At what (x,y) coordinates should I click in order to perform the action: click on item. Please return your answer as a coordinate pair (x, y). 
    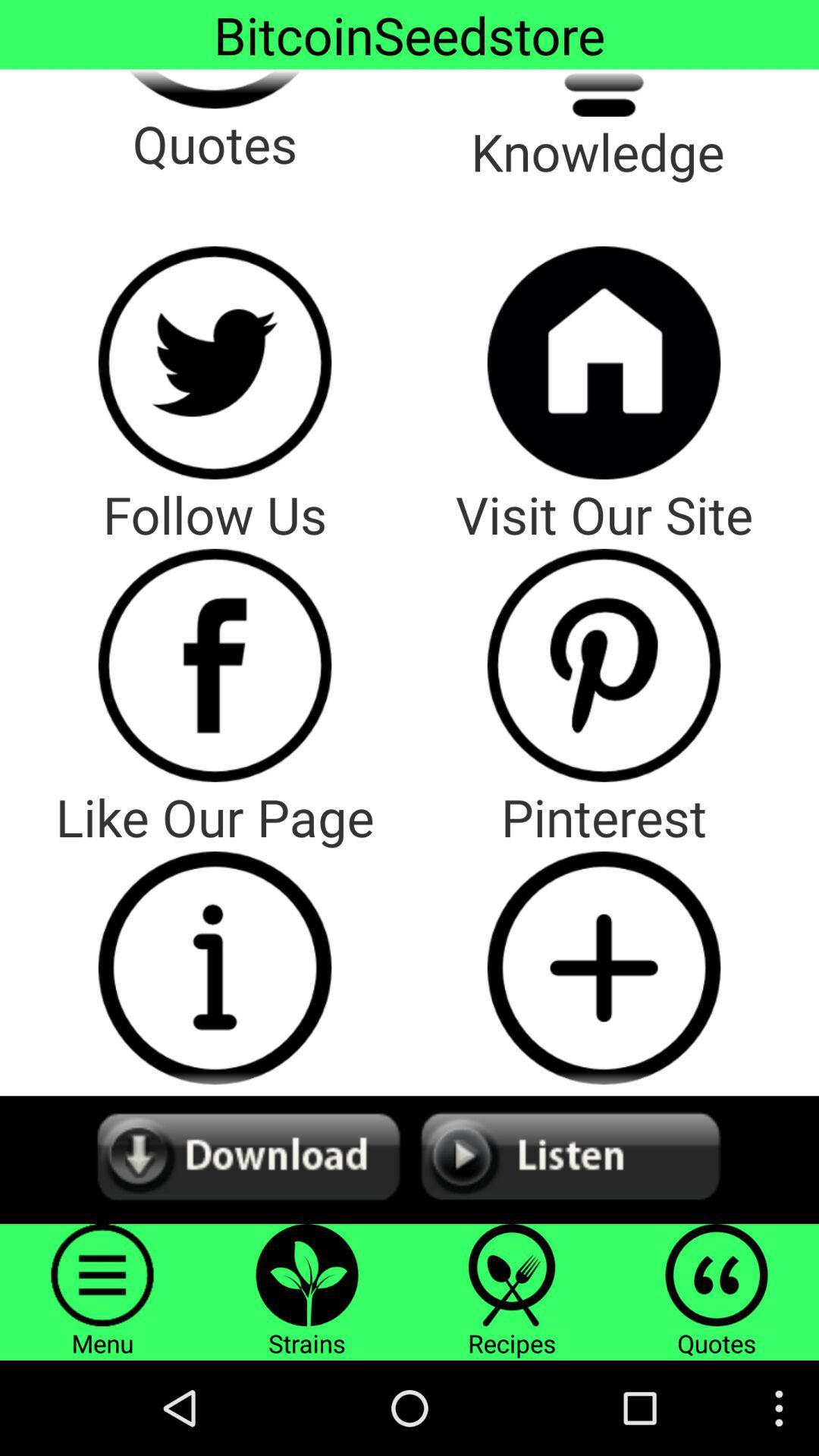
    Looking at the image, I should click on (603, 967).